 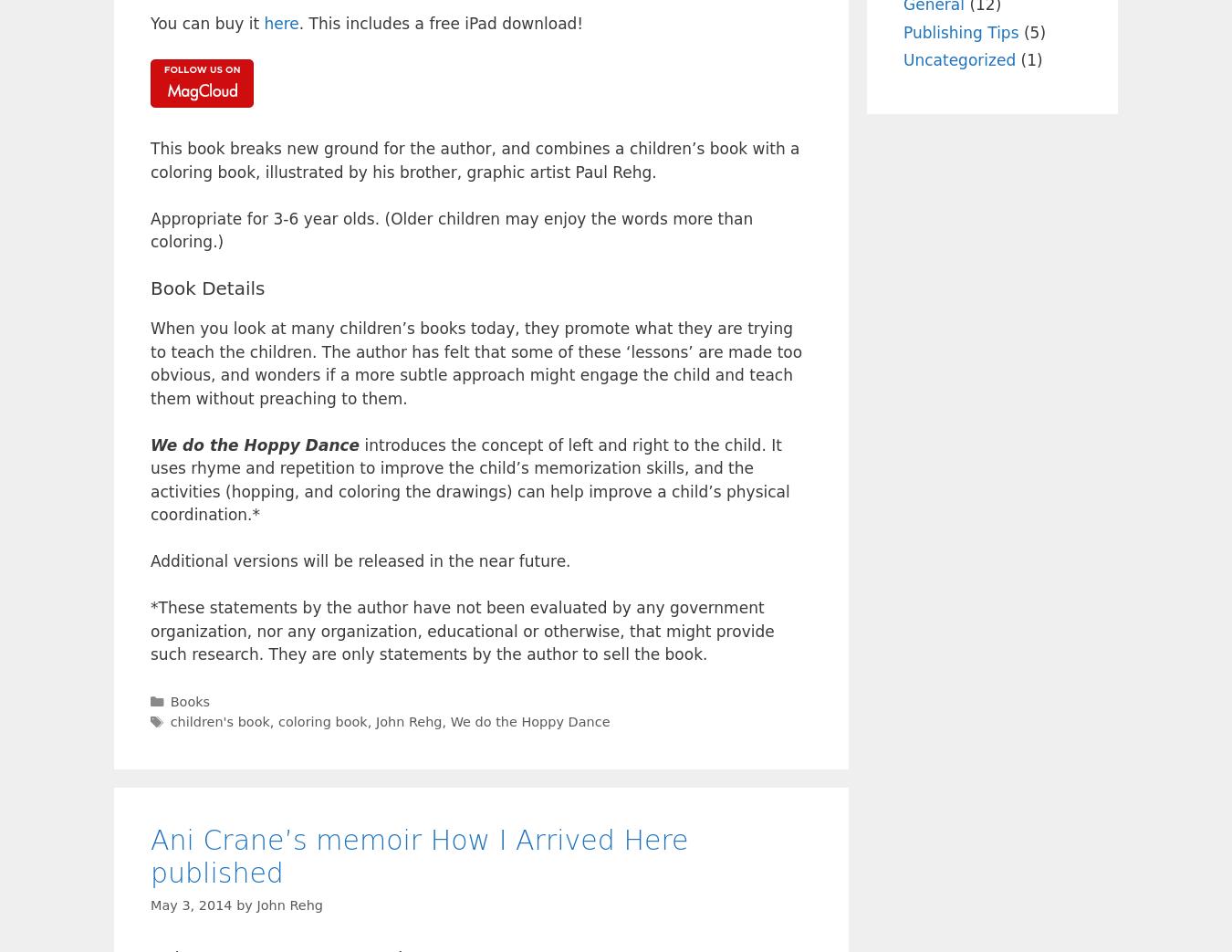 What do you see at coordinates (218, 721) in the screenshot?
I see `'children's book'` at bounding box center [218, 721].